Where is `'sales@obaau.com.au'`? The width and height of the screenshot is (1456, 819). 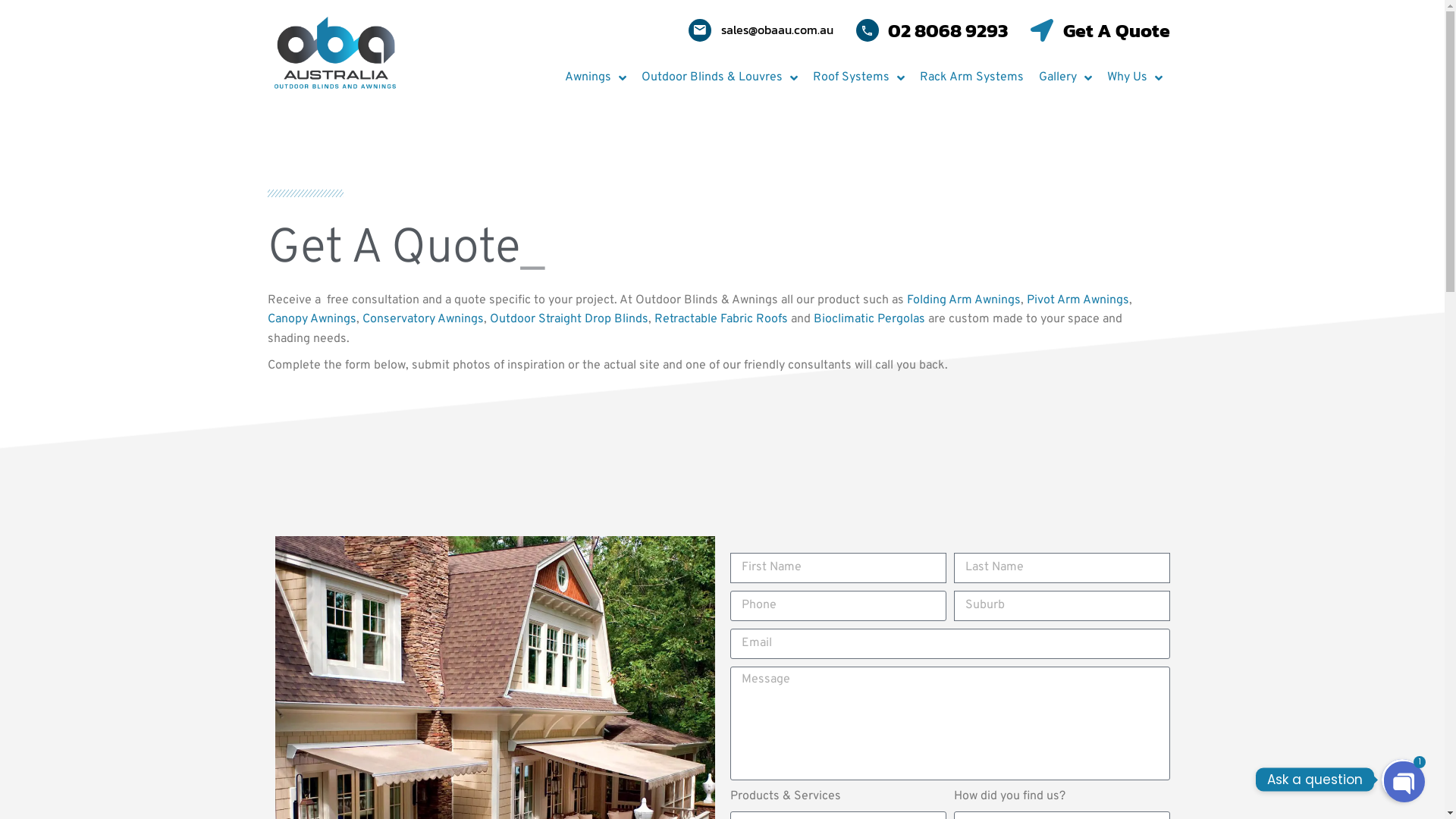 'sales@obaau.com.au' is located at coordinates (761, 30).